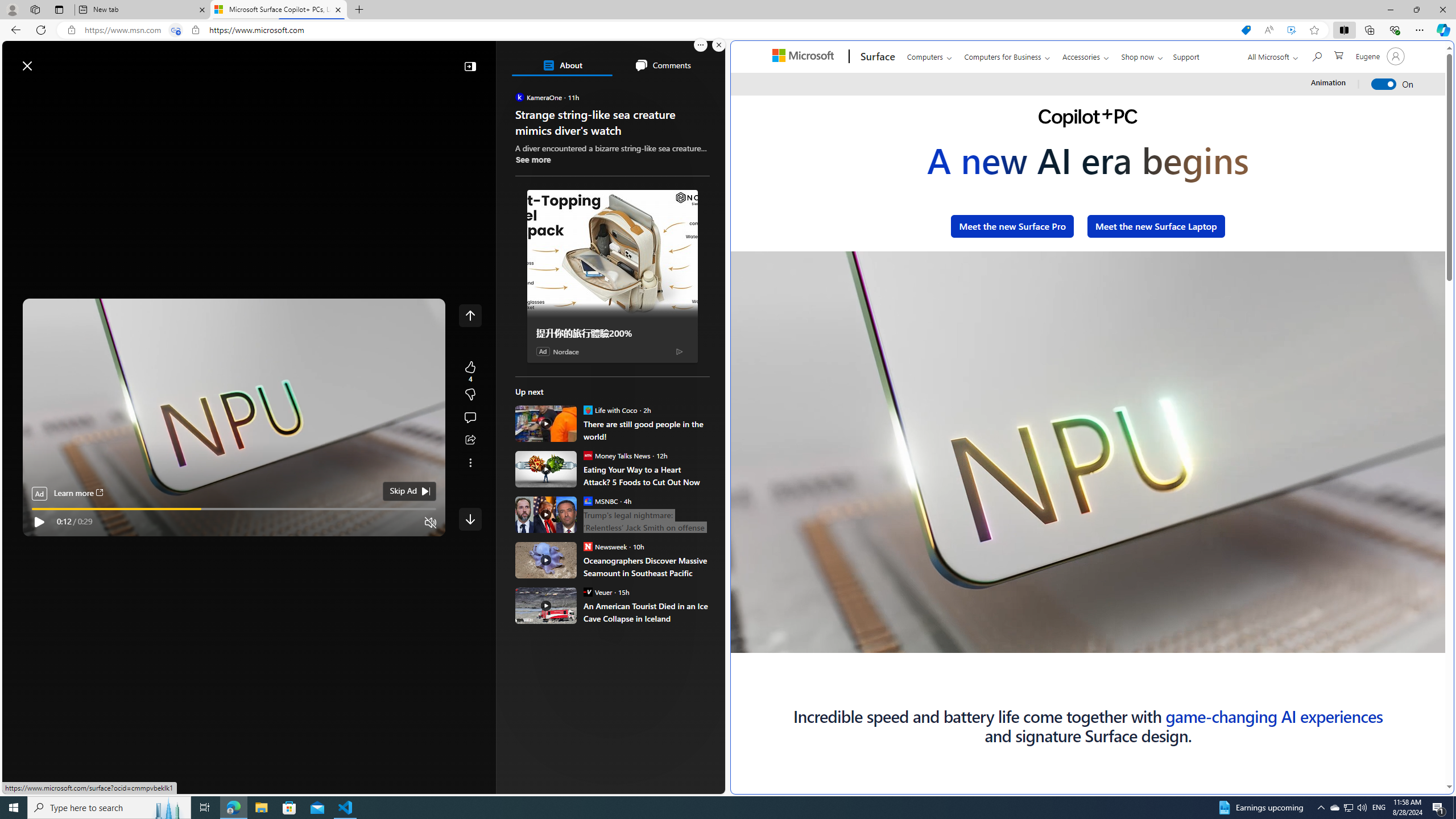 The width and height of the screenshot is (1456, 819). What do you see at coordinates (586, 500) in the screenshot?
I see `'MSNBC'` at bounding box center [586, 500].